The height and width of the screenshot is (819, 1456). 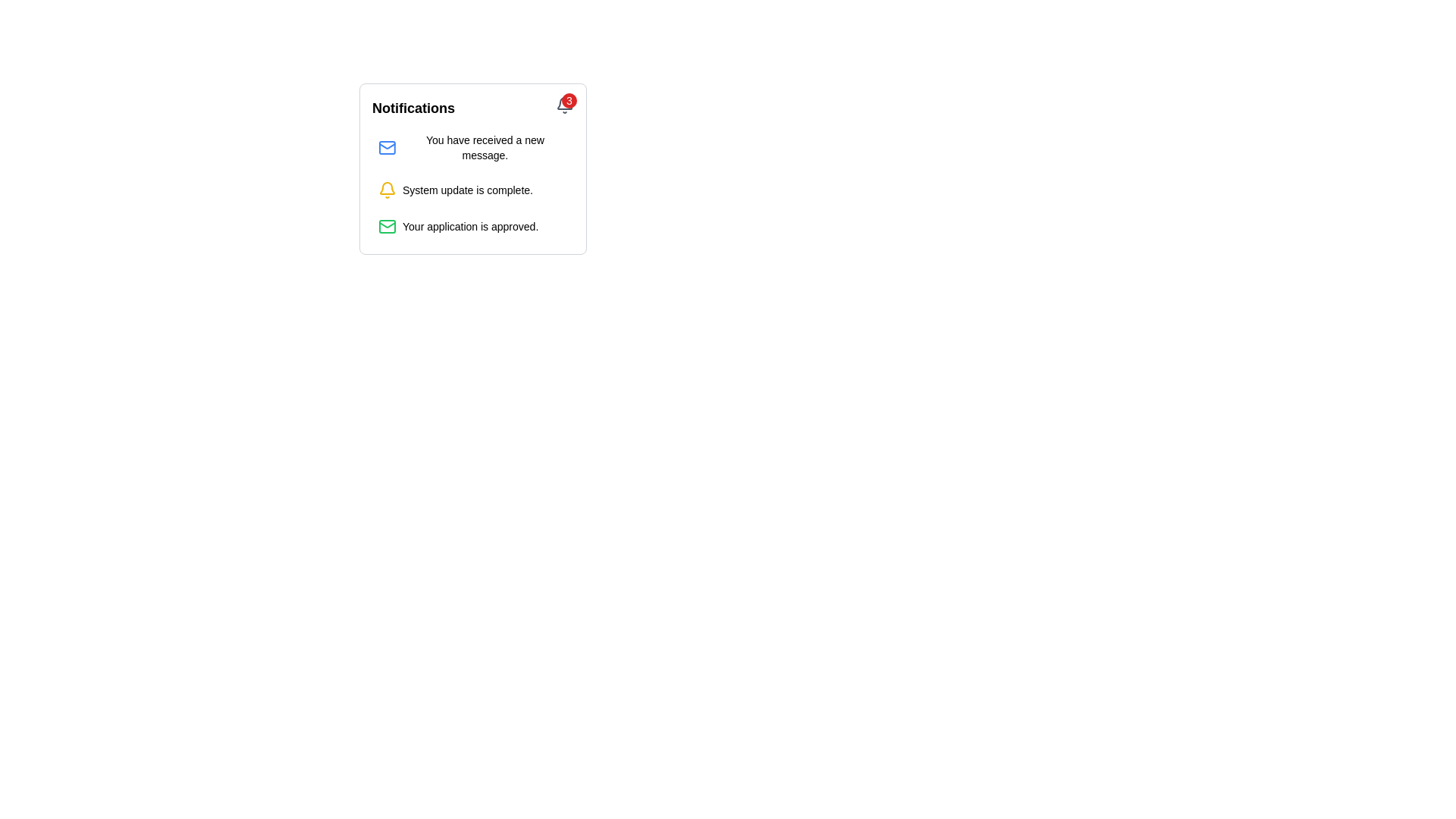 What do you see at coordinates (563, 104) in the screenshot?
I see `the notification icon located at the top-right corner of the notification bubble` at bounding box center [563, 104].